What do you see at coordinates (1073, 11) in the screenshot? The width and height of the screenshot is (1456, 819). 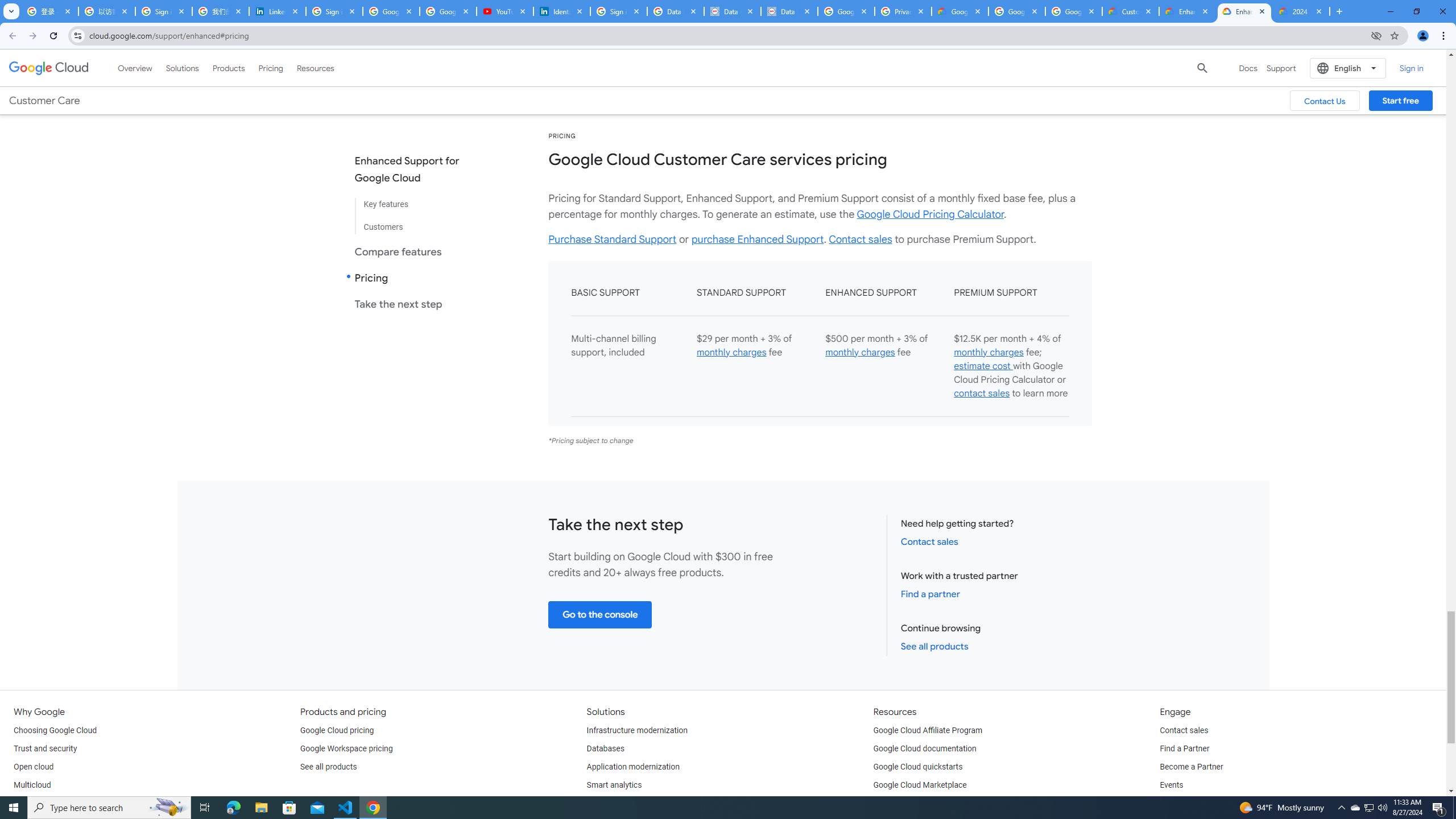 I see `'Google Workspace - Specific Terms'` at bounding box center [1073, 11].